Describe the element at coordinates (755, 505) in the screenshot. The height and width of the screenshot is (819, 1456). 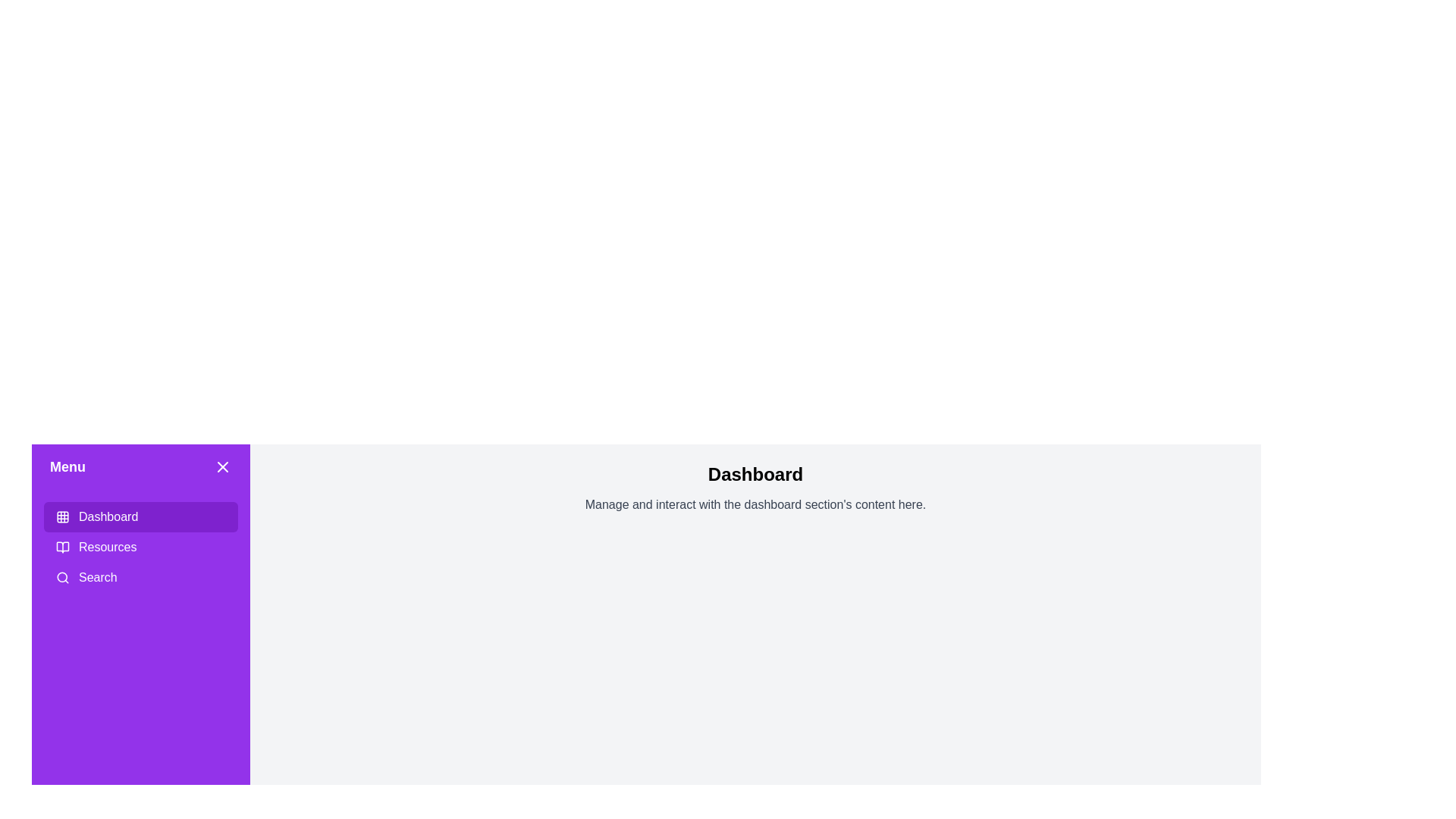
I see `the static text element that provides descriptive information below the 'Dashboard' title in the central part of the interface layout` at that location.